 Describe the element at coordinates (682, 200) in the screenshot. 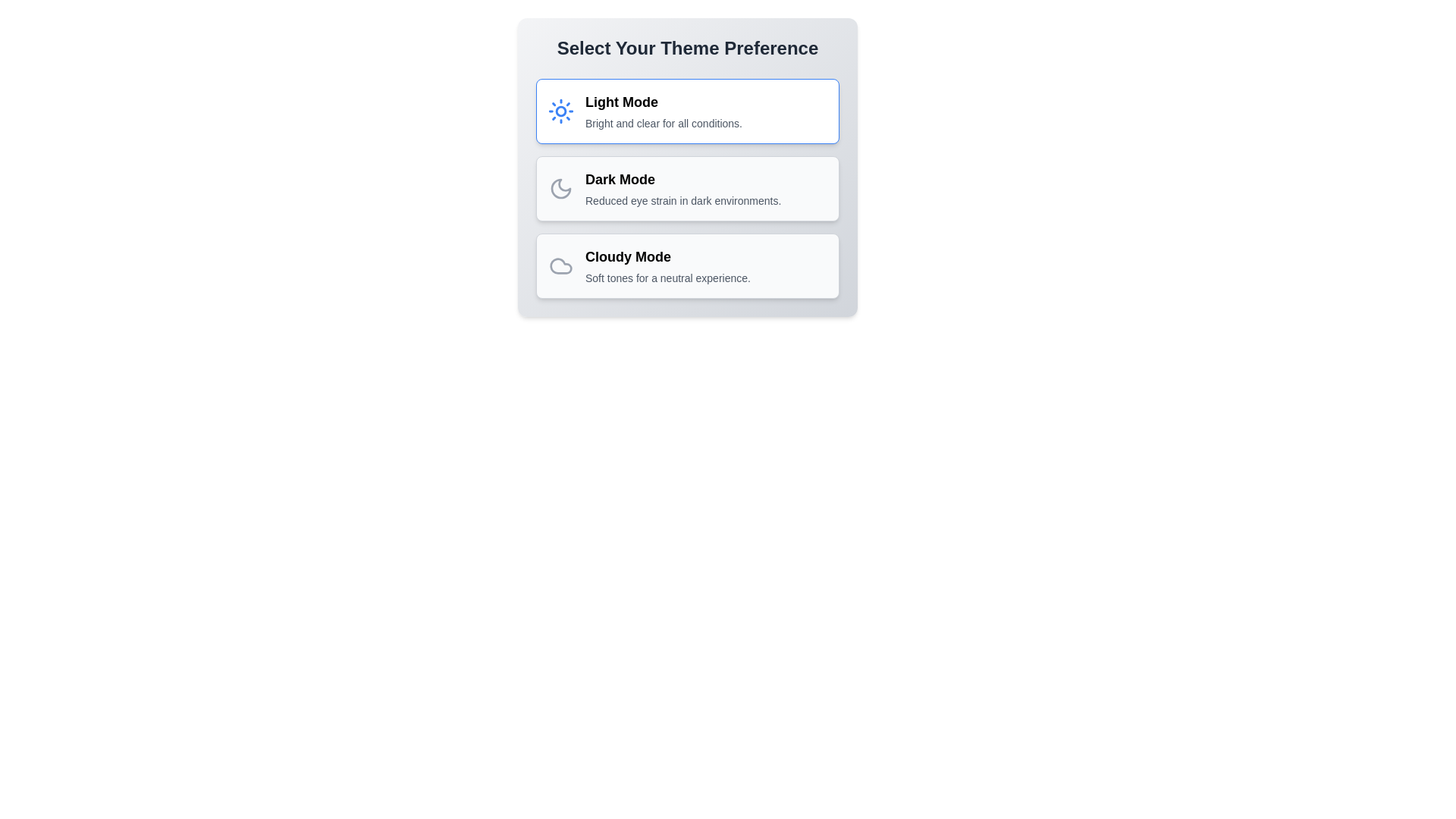

I see `static text label that provides additional descriptive information about the 'Dark Mode' option, located below its title in the second option of a vertically stacked list` at that location.